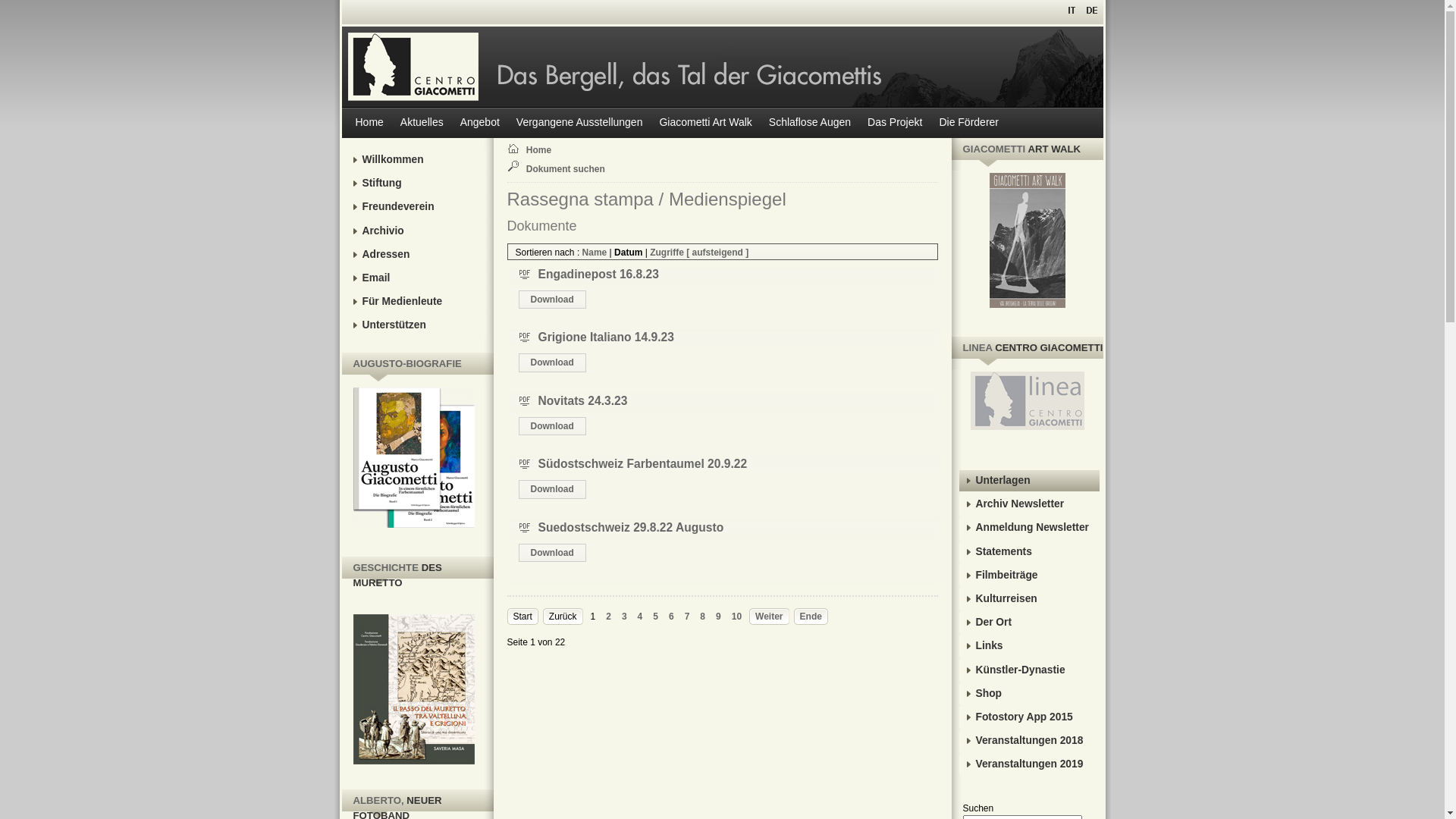 This screenshot has height=819, width=1456. I want to click on 'Novitats 24.3.23', so click(582, 400).